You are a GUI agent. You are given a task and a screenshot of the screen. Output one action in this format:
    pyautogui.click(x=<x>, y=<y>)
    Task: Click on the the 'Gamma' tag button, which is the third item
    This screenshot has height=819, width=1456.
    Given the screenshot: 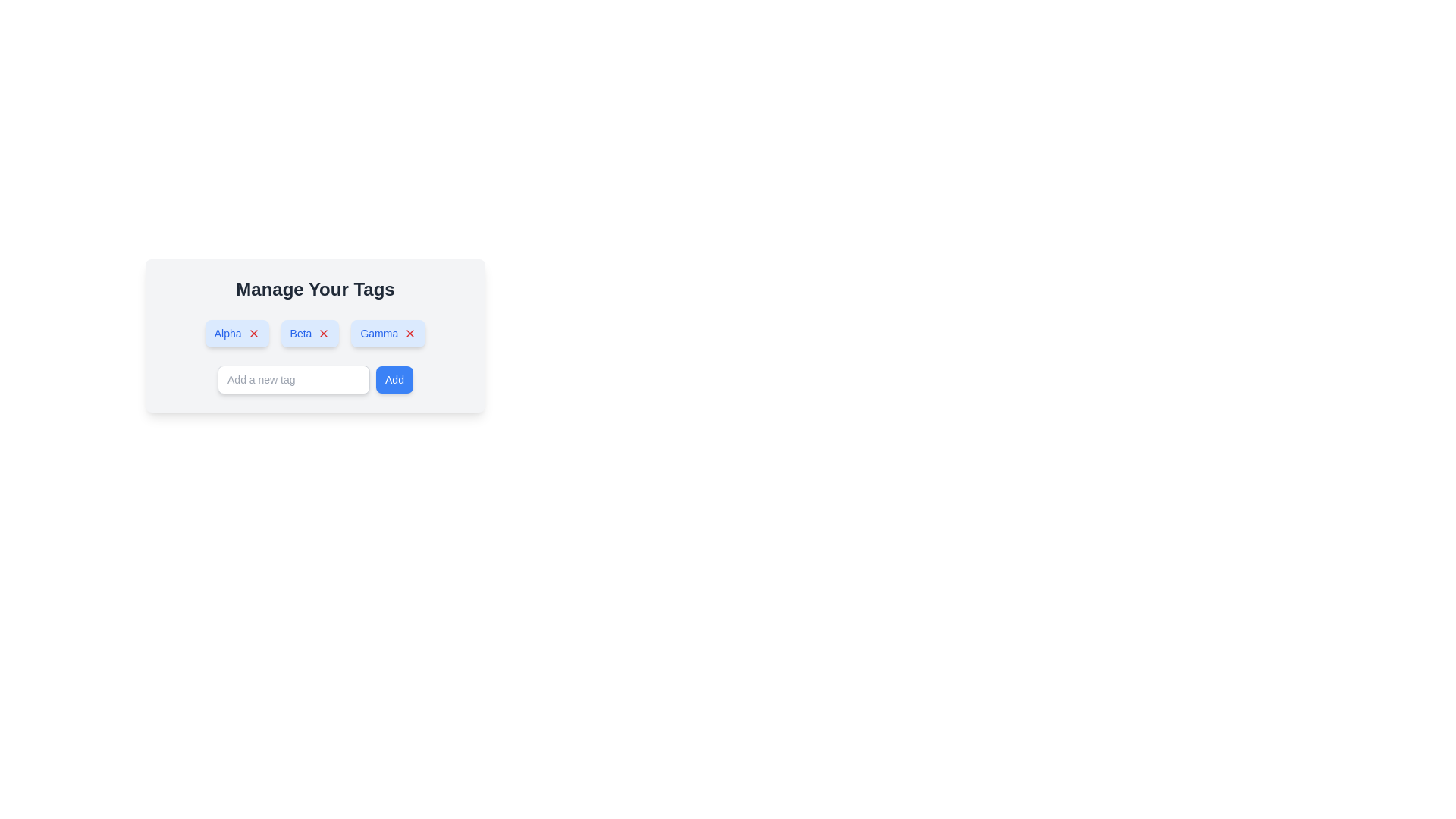 What is the action you would take?
    pyautogui.click(x=388, y=332)
    